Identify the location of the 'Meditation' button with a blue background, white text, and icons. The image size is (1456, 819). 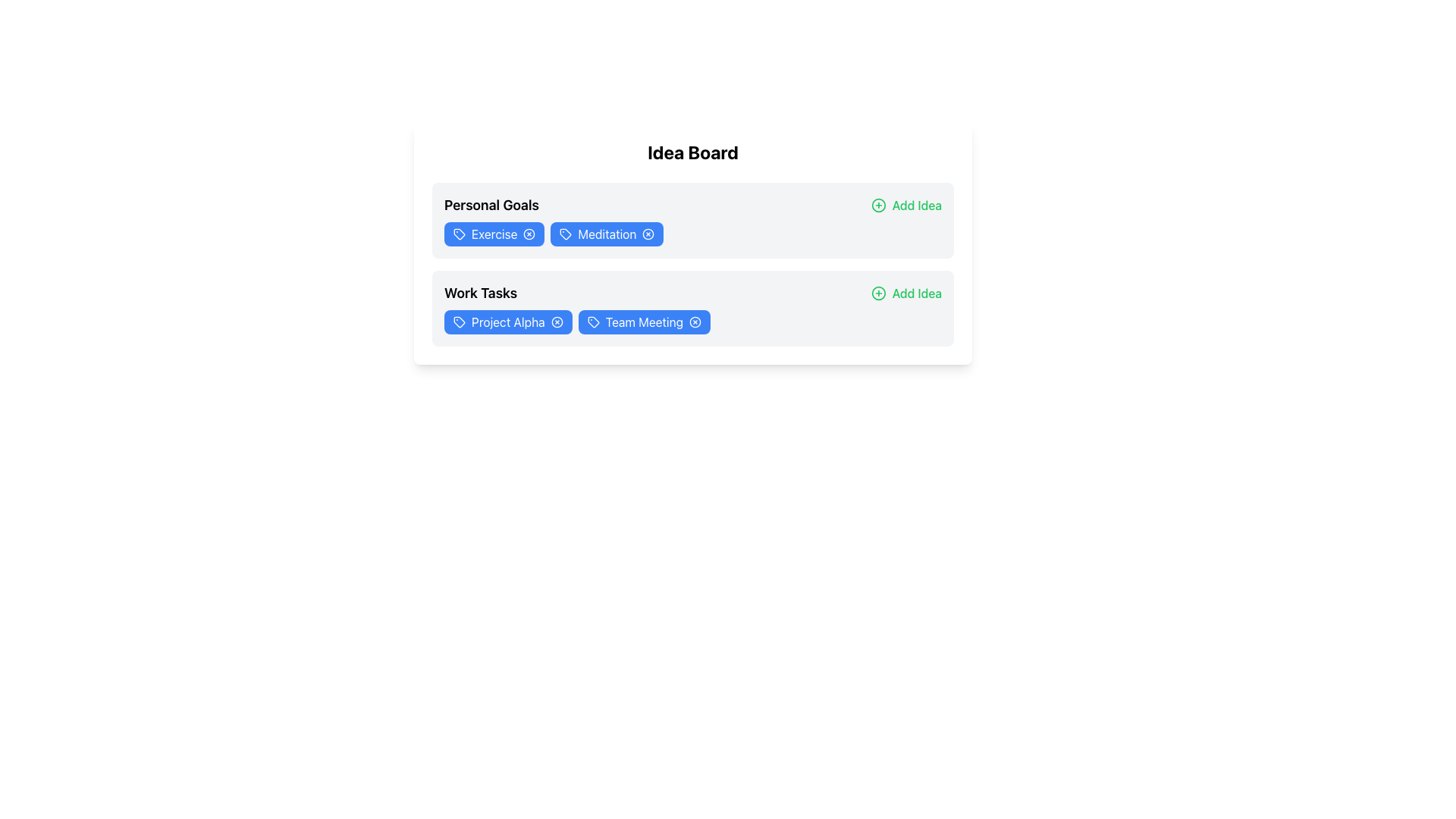
(607, 234).